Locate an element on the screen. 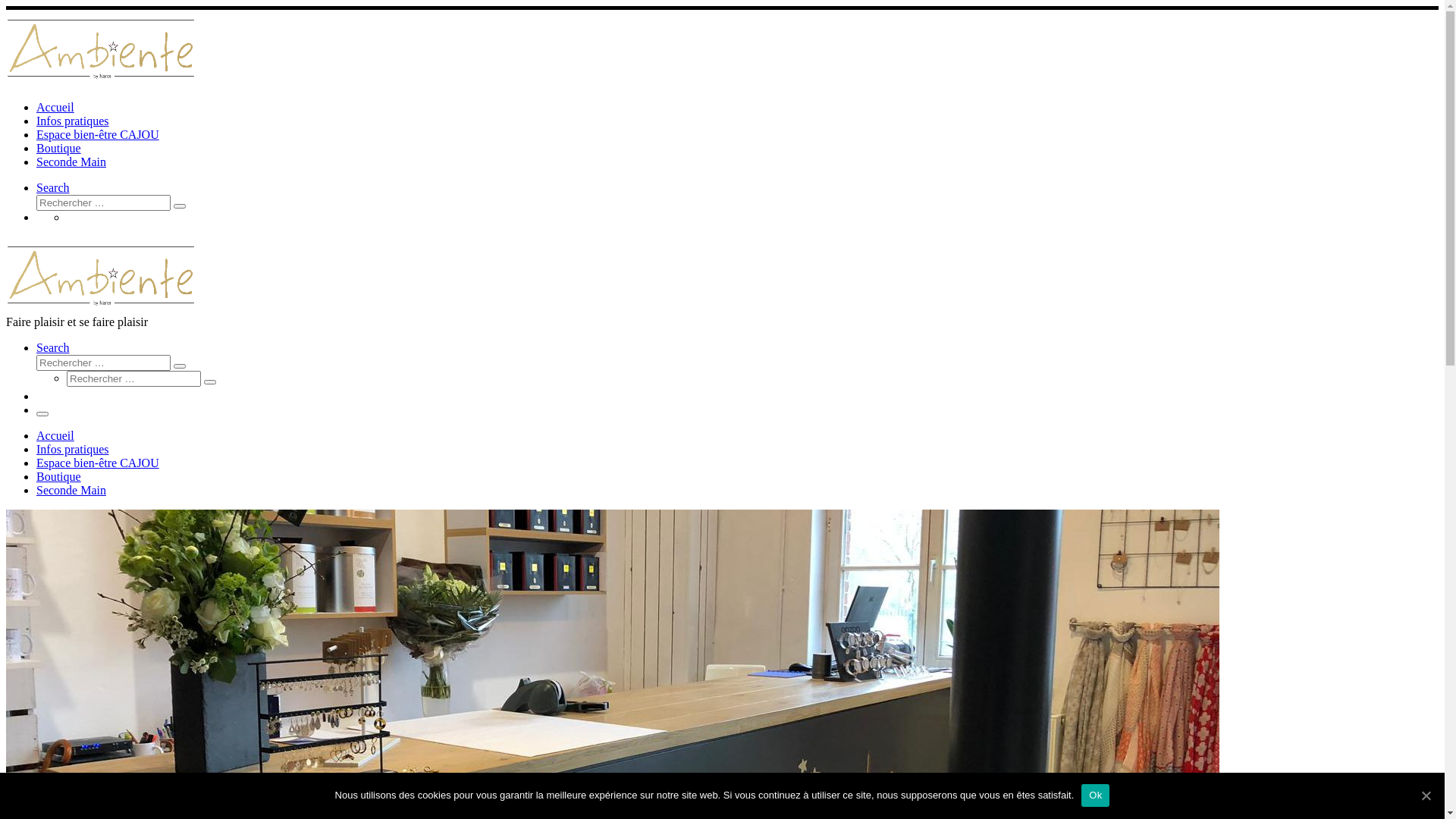 The width and height of the screenshot is (1456, 819). 'Ok' is located at coordinates (1095, 795).